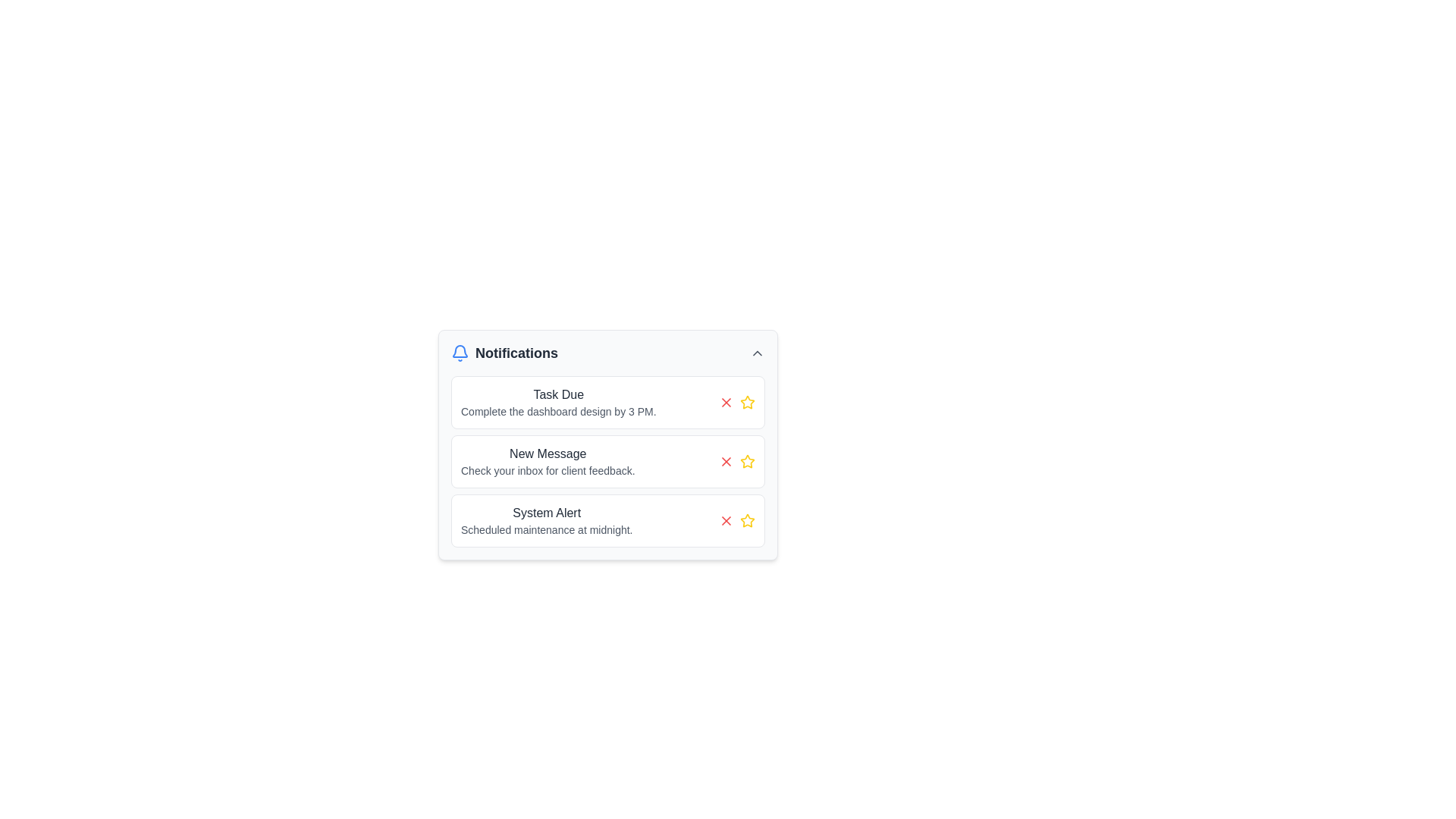  Describe the element at coordinates (459, 353) in the screenshot. I see `on the blue-stroke bell icon that has a notification badge next` at that location.